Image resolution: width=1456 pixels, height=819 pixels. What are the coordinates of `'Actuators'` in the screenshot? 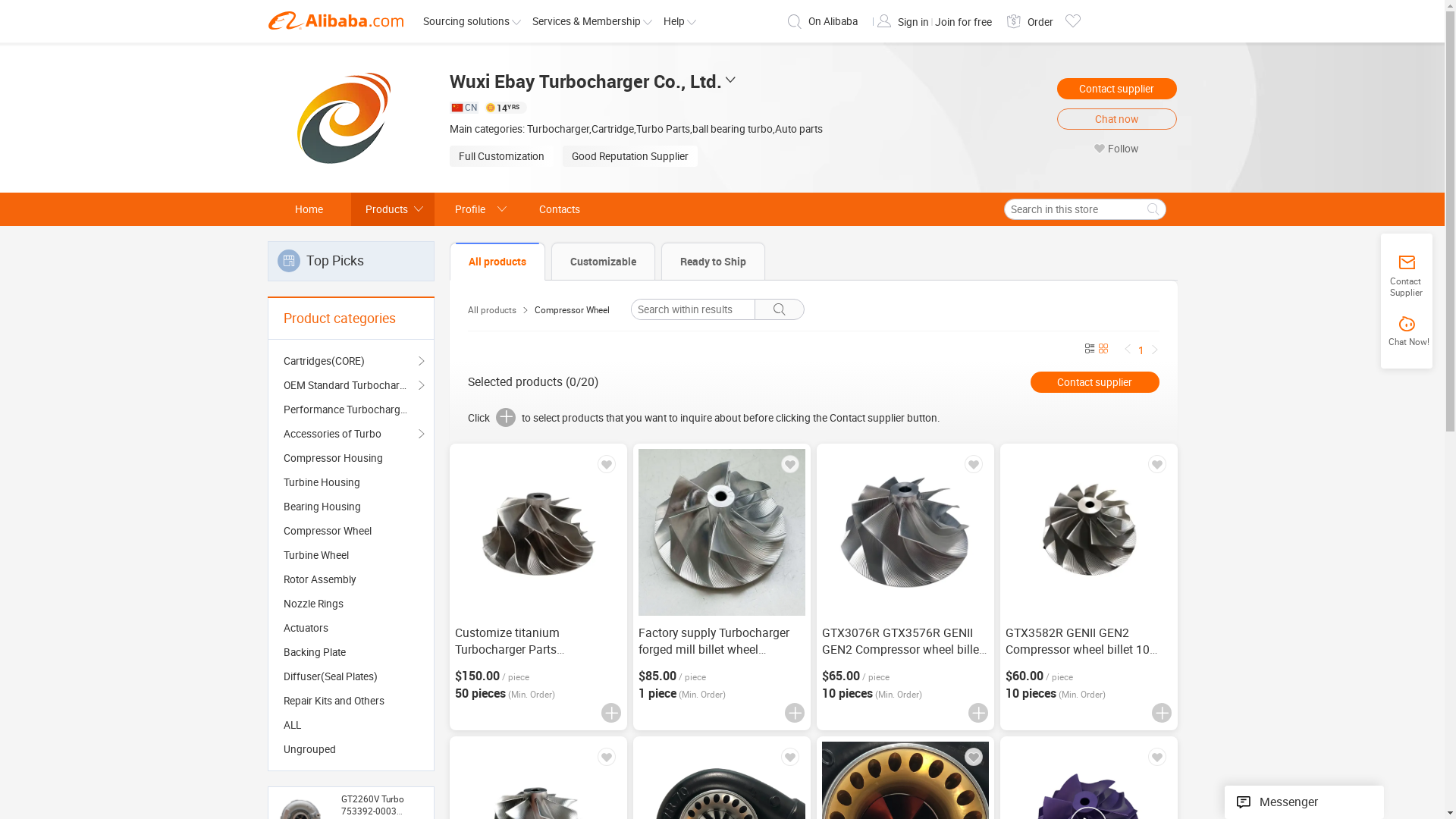 It's located at (284, 628).